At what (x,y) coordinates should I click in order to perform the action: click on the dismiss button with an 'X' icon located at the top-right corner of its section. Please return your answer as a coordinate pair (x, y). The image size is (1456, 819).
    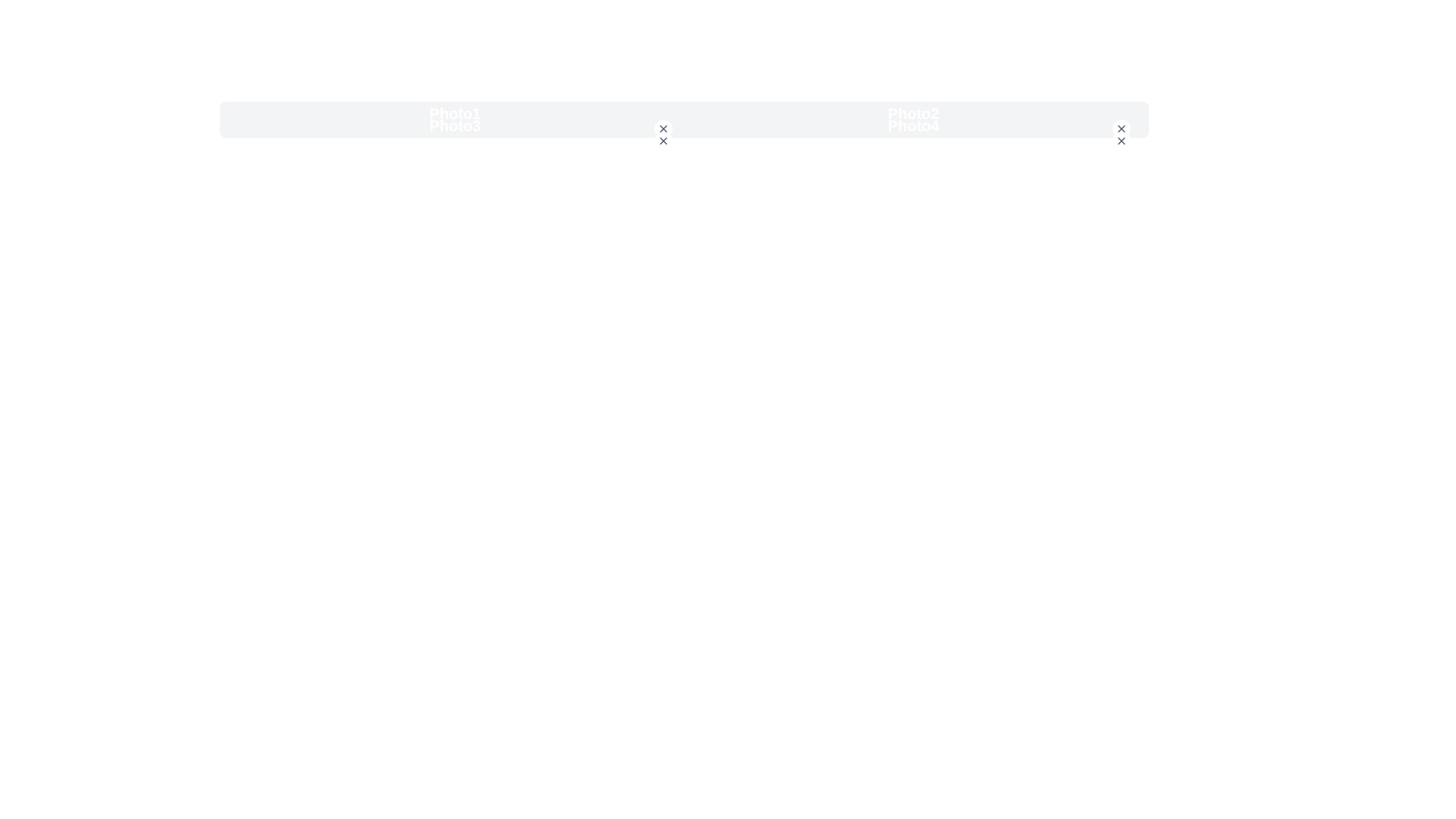
    Looking at the image, I should click on (1121, 127).